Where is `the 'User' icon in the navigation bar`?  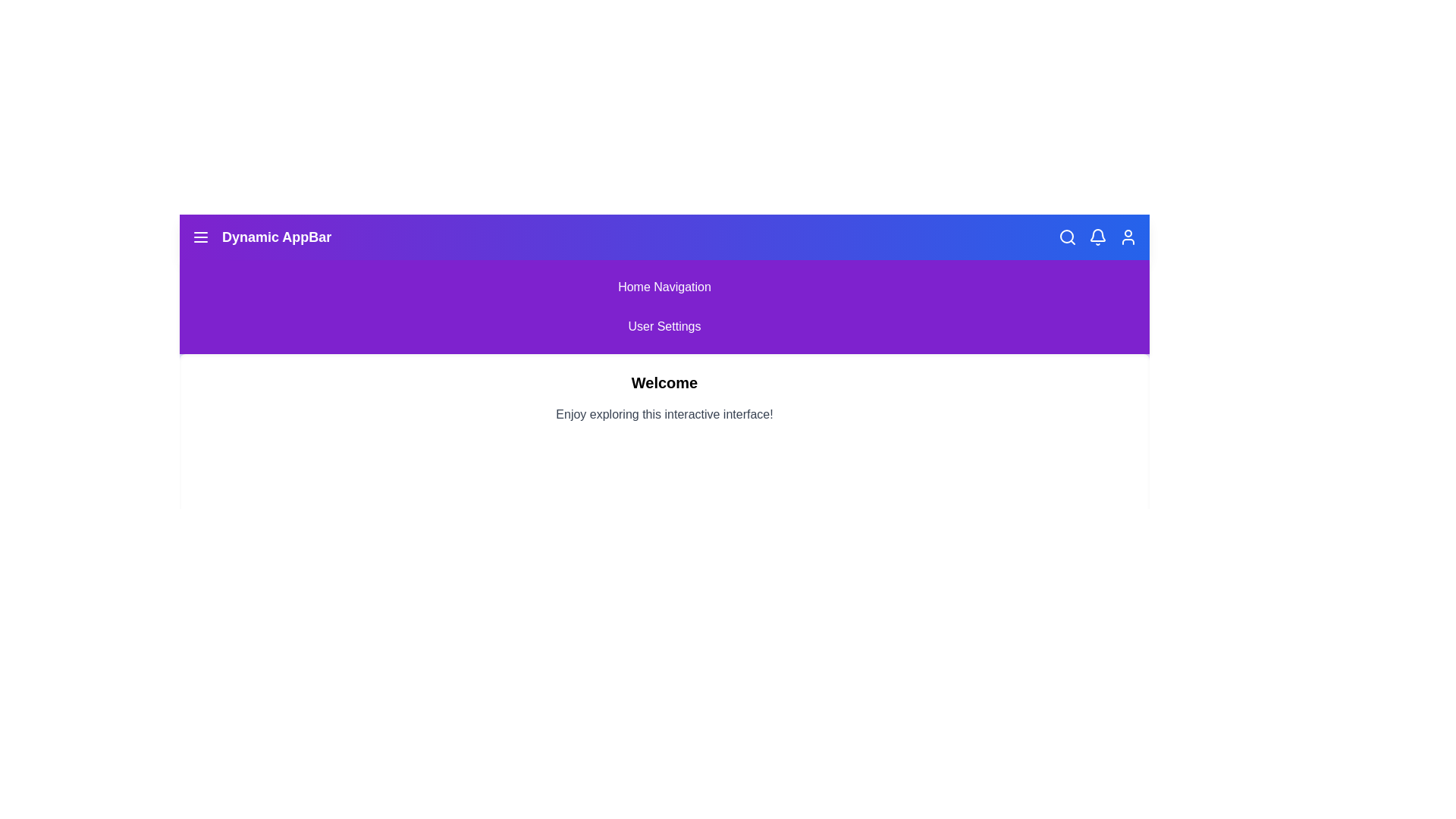 the 'User' icon in the navigation bar is located at coordinates (1128, 237).